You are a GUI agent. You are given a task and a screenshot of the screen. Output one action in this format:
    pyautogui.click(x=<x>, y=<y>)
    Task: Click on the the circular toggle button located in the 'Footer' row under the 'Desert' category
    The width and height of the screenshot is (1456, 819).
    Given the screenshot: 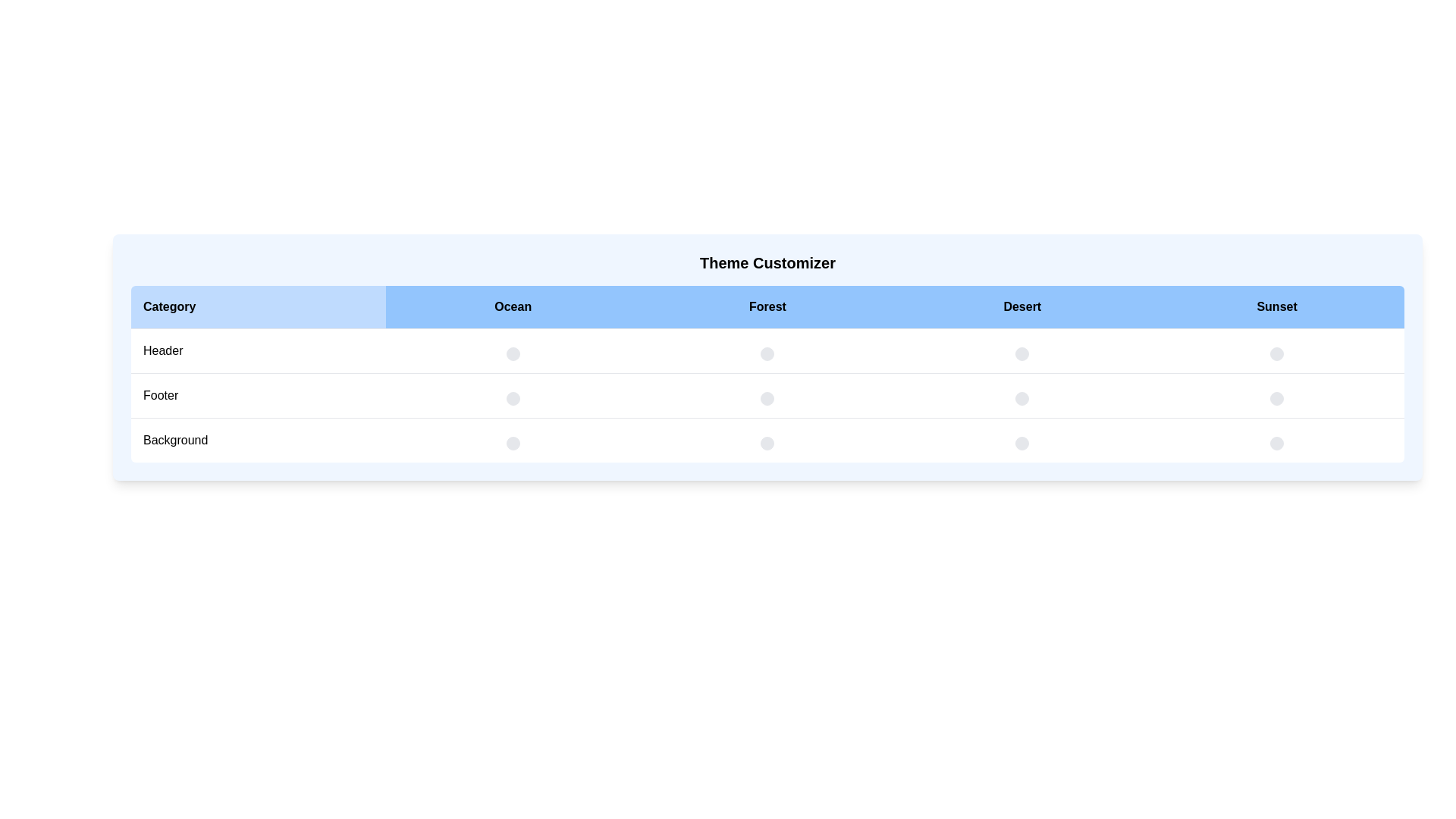 What is the action you would take?
    pyautogui.click(x=1022, y=394)
    